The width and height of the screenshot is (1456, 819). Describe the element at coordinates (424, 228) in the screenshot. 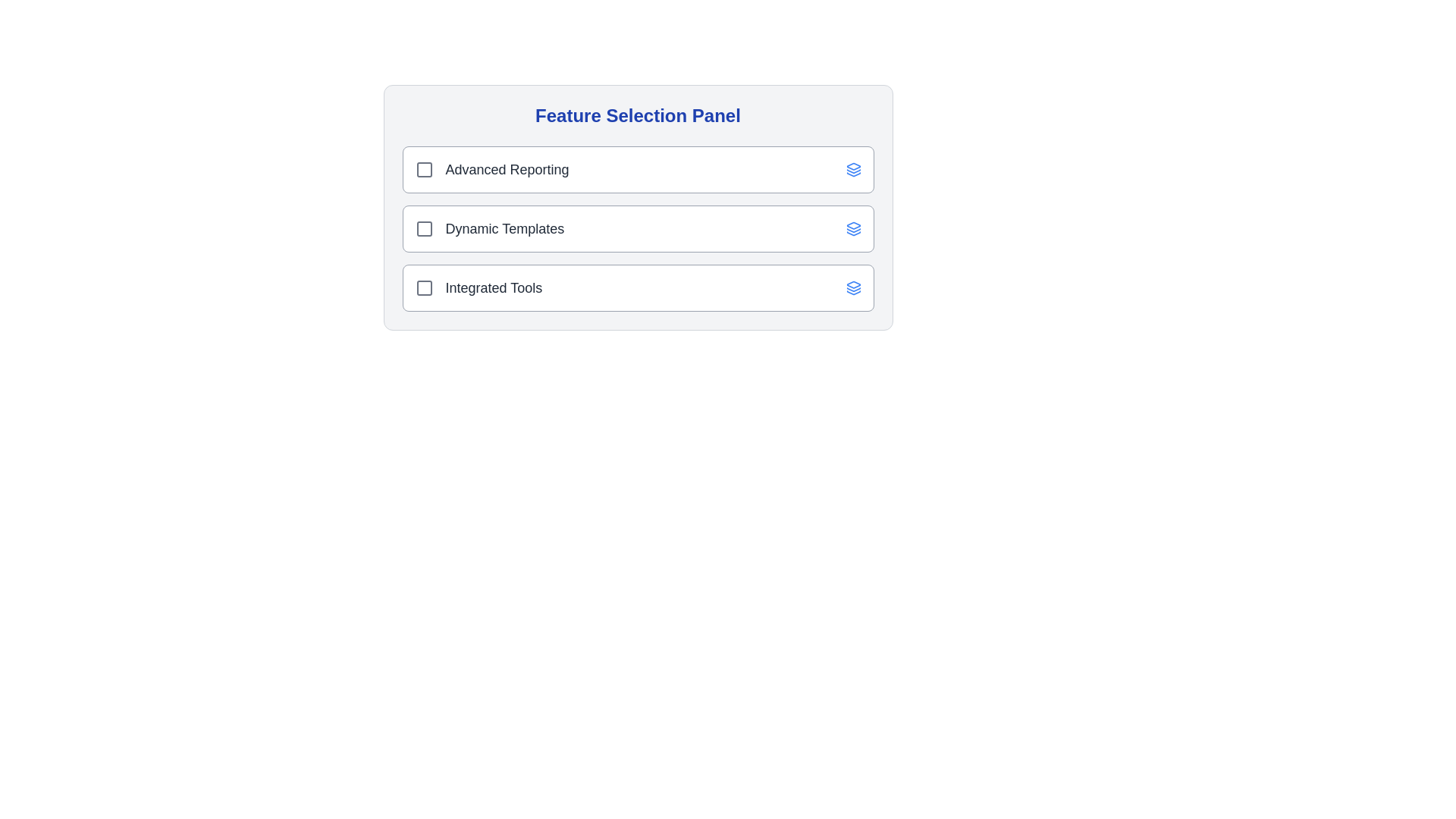

I see `to select the checkbox located to the left of the label 'Dynamic Templates' in the feature selection panel` at that location.